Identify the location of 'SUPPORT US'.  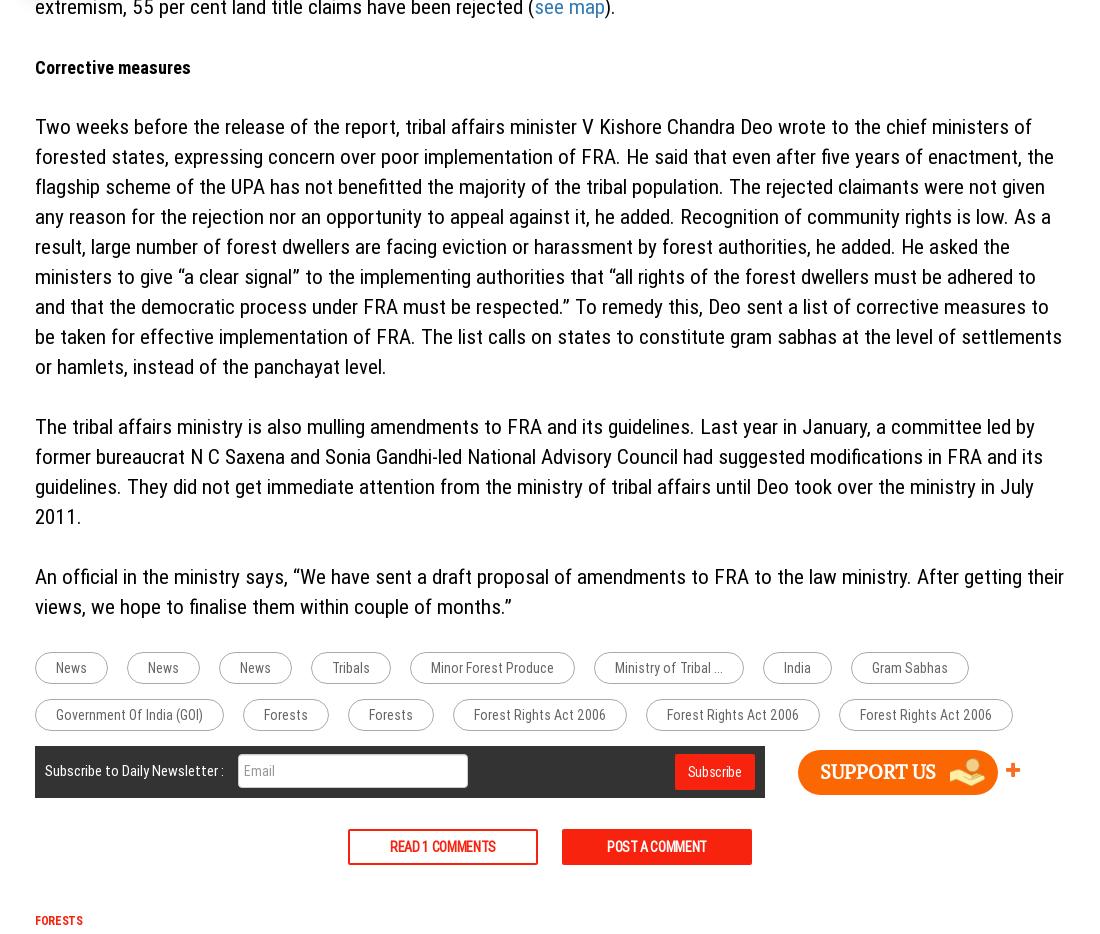
(876, 770).